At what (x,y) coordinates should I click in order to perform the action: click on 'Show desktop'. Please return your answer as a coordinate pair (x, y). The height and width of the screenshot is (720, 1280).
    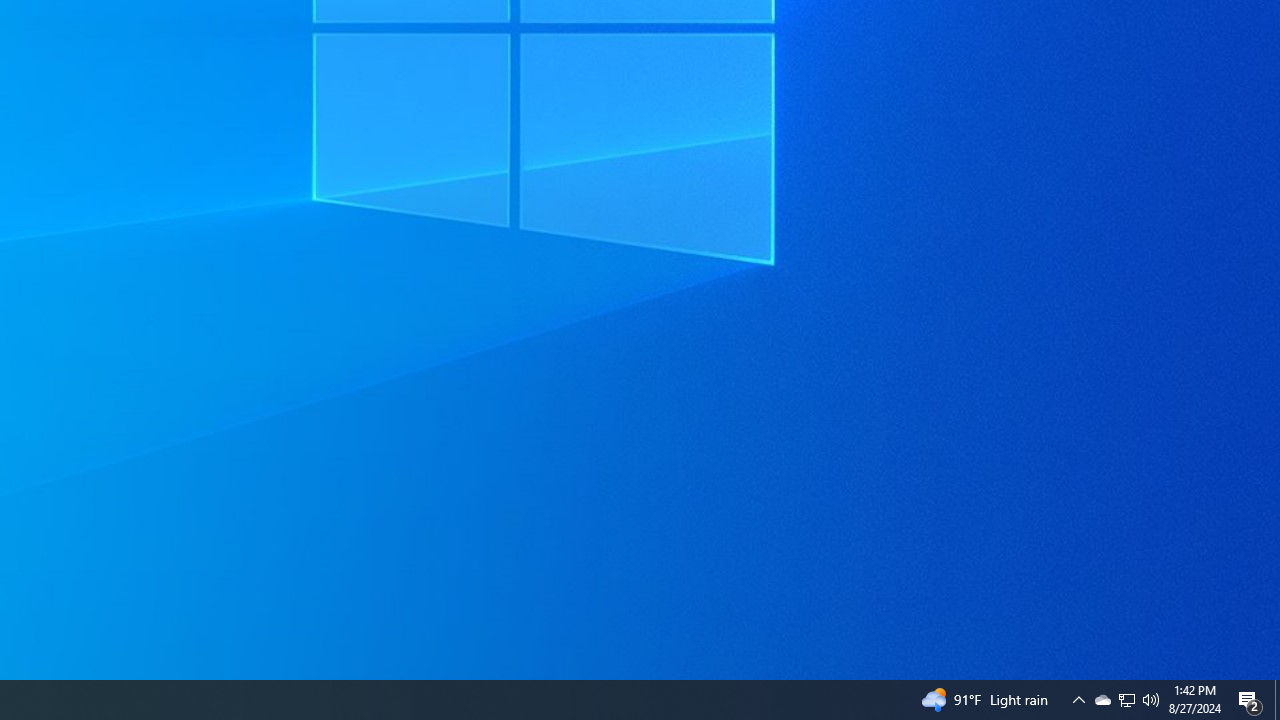
    Looking at the image, I should click on (1276, 698).